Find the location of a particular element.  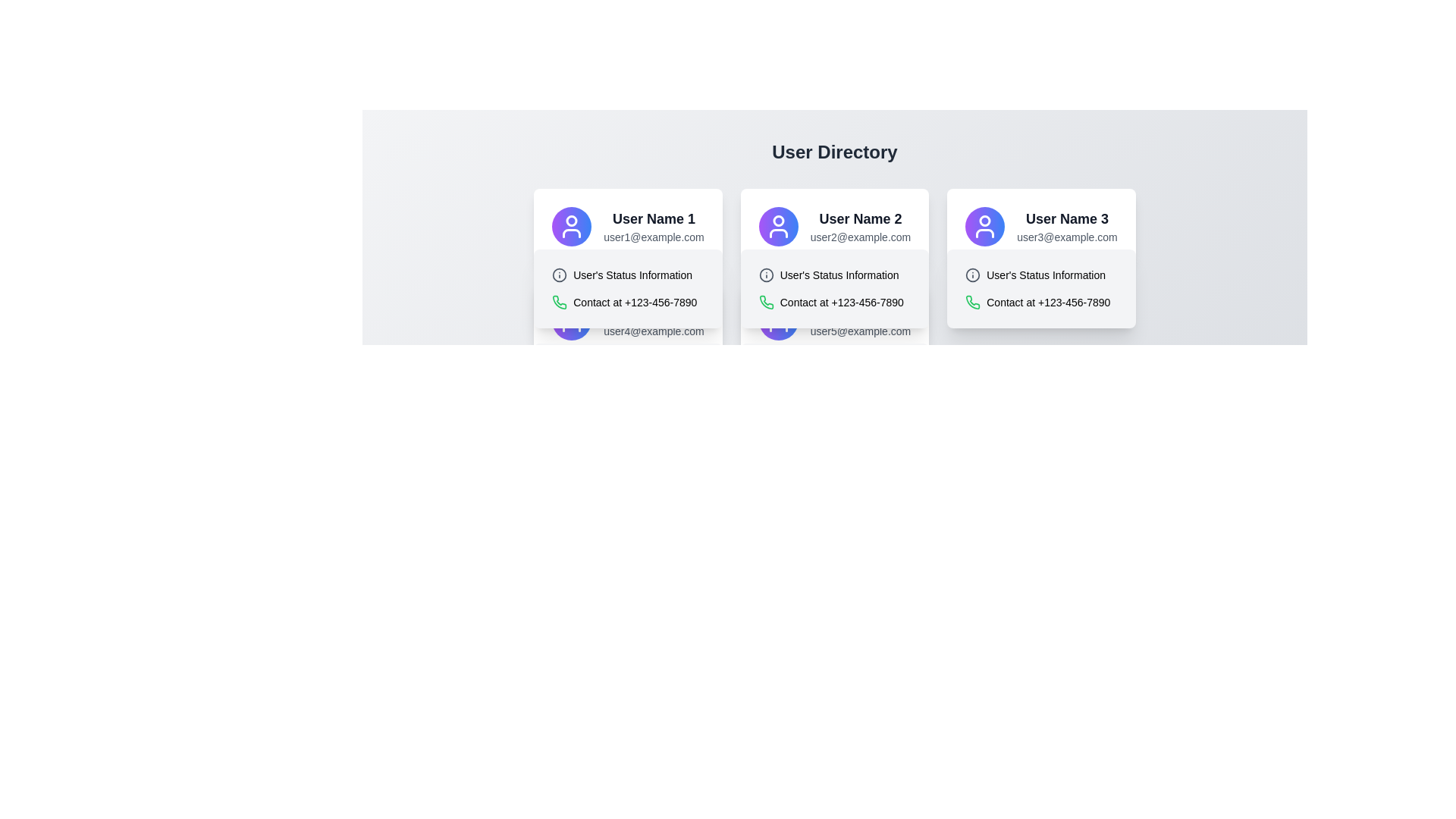

the Contact Information Display element which includes a green telephone icon and the text 'Contact at +123-456-7890' located beneath 'User's Status Information' is located at coordinates (833, 302).